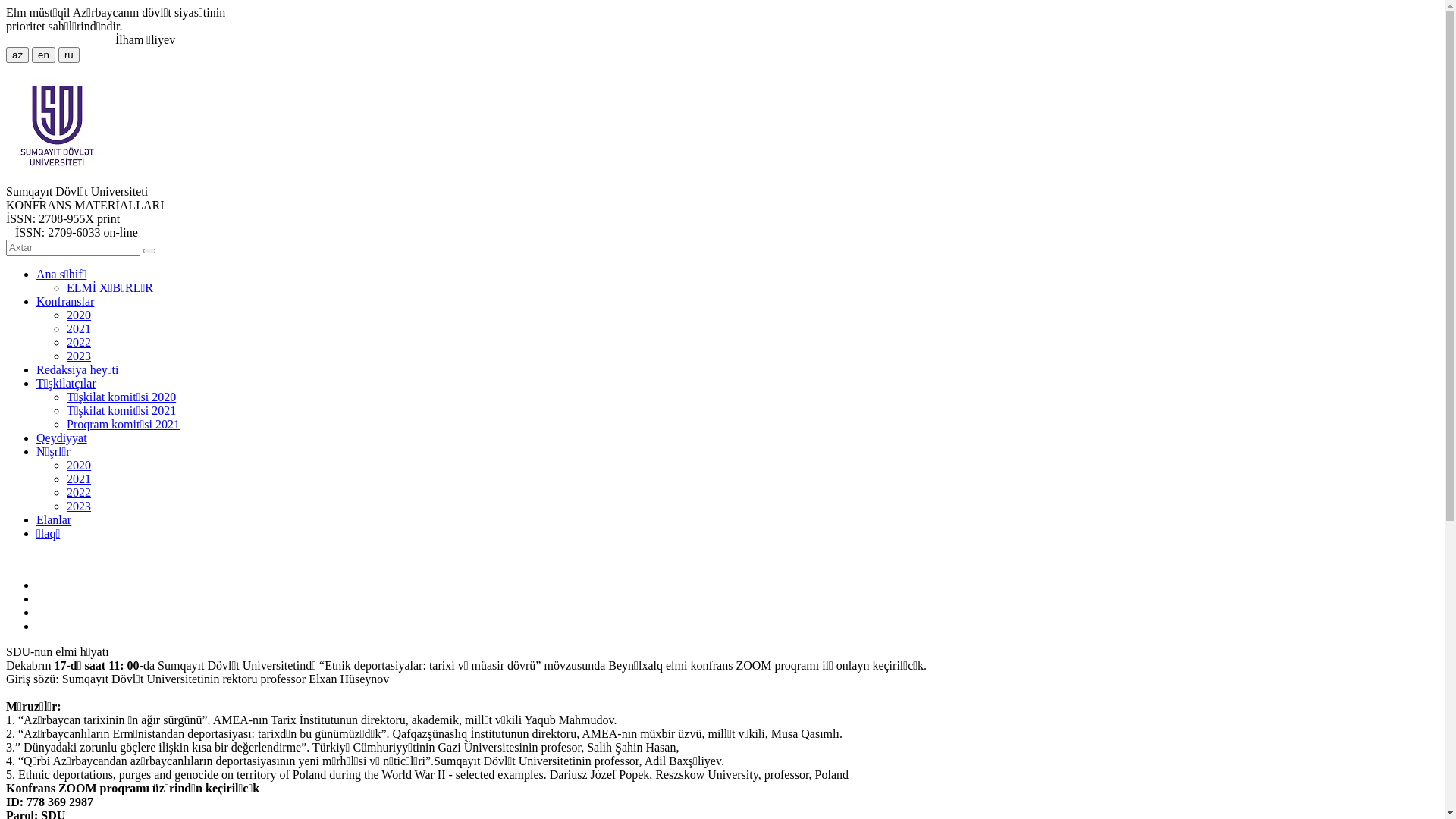 This screenshot has height=819, width=1456. Describe the element at coordinates (61, 438) in the screenshot. I see `'Qeydiyyat'` at that location.